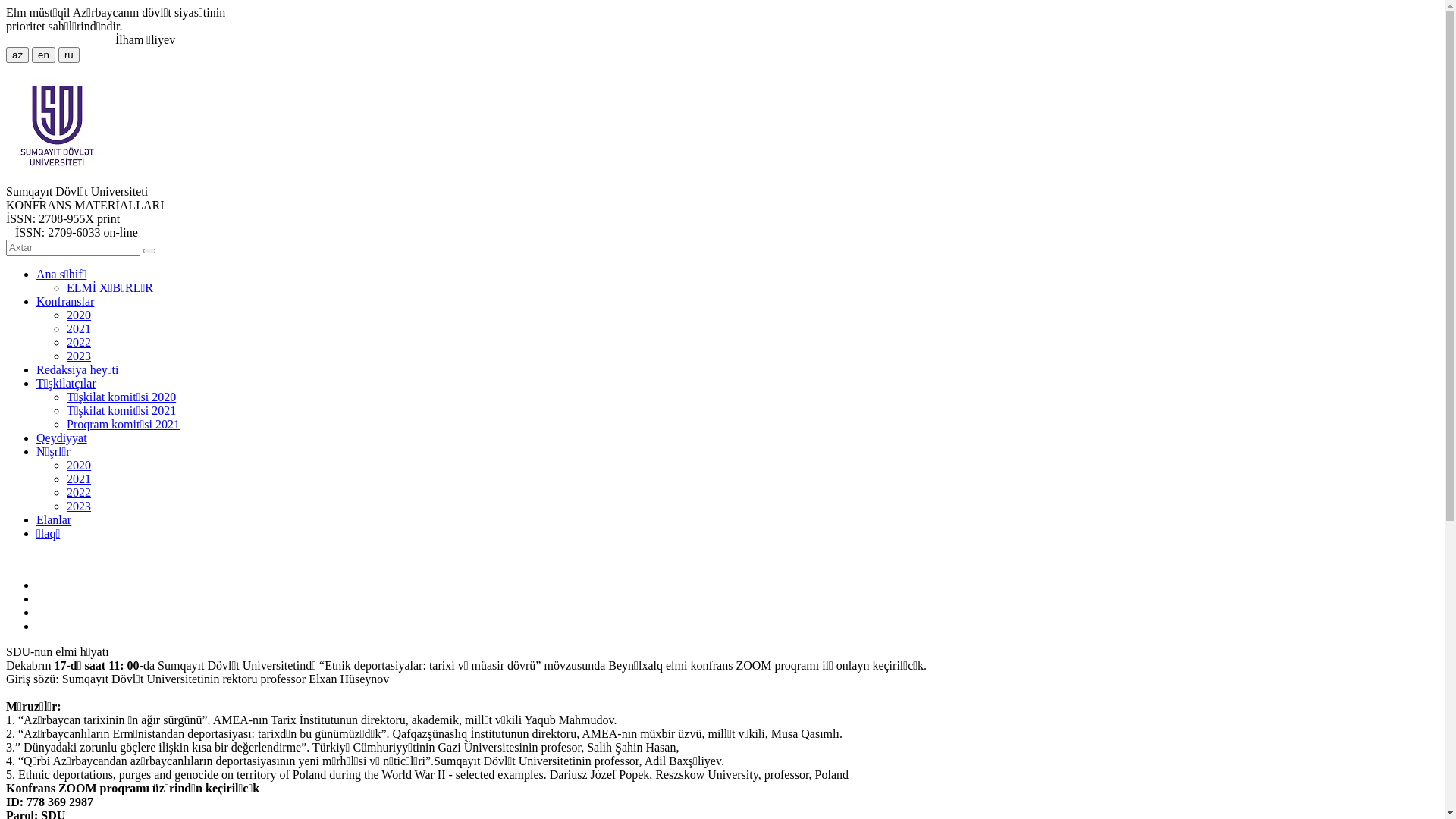 This screenshot has height=819, width=1456. Describe the element at coordinates (61, 438) in the screenshot. I see `'Qeydiyyat'` at that location.